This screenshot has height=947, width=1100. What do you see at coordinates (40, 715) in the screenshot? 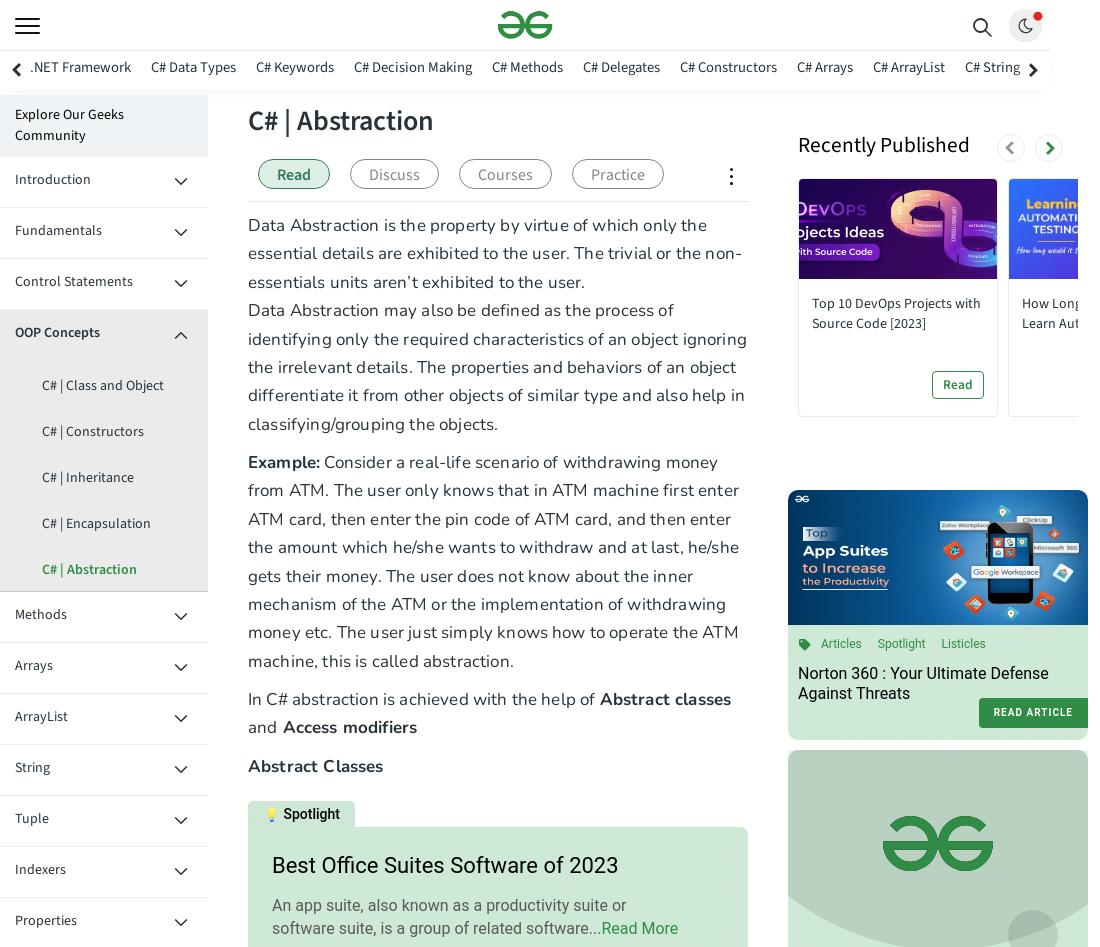
I see `'ArrayList'` at bounding box center [40, 715].